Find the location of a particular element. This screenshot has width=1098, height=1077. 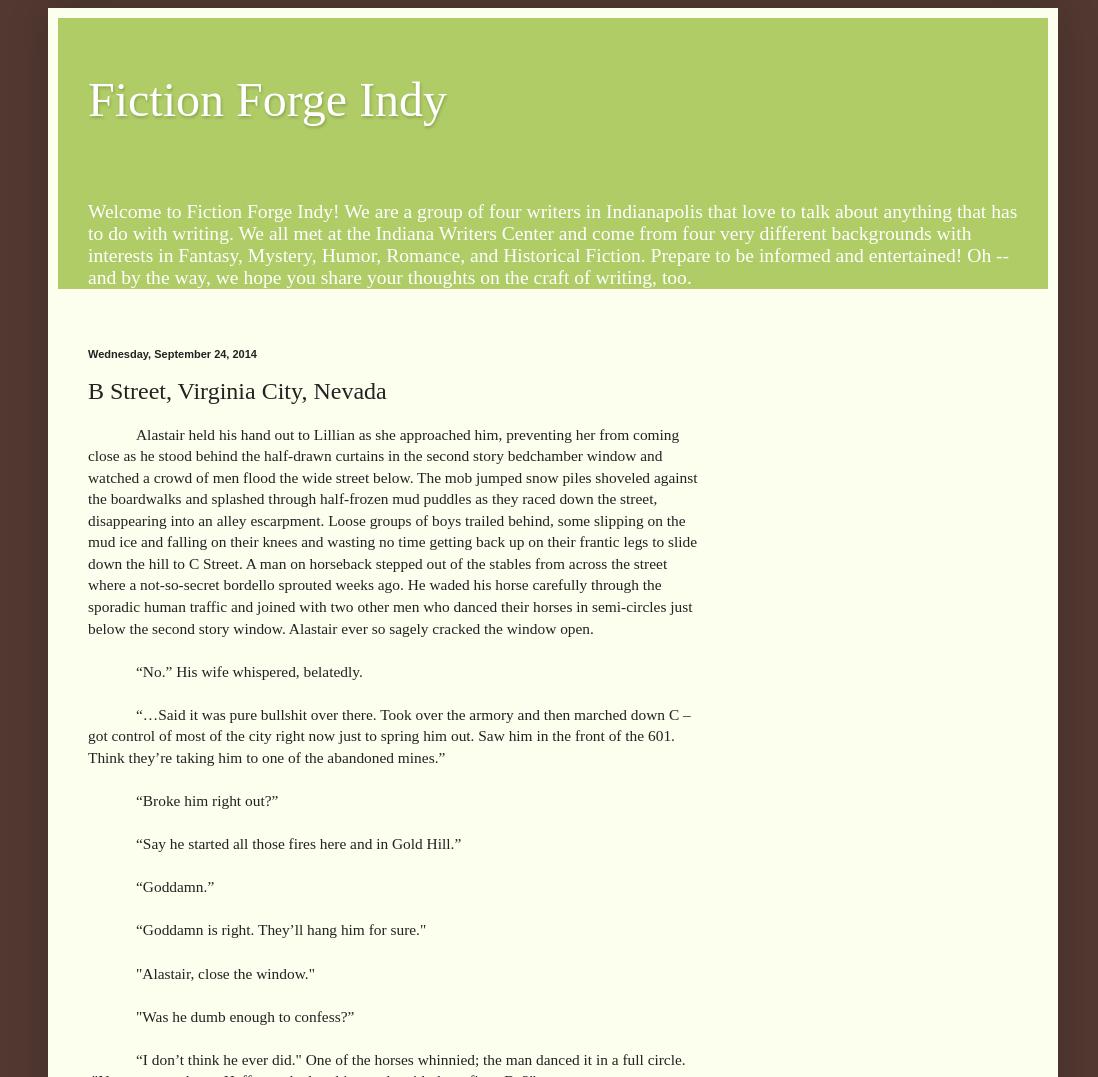

'Welcome to Fiction Forge Indy!  We are a group of four writers in Indianapolis that love to talk about anything that has to do with writing.  We all met at the Indiana Writers Center and come from four very different backgrounds with interests in Fantasy, Mystery, Humor, Romance, and Historical Fiction. Prepare to be informed and entertained! Oh --and by the way, we hope you share your thoughts on the craft of writing, too.' is located at coordinates (551, 243).